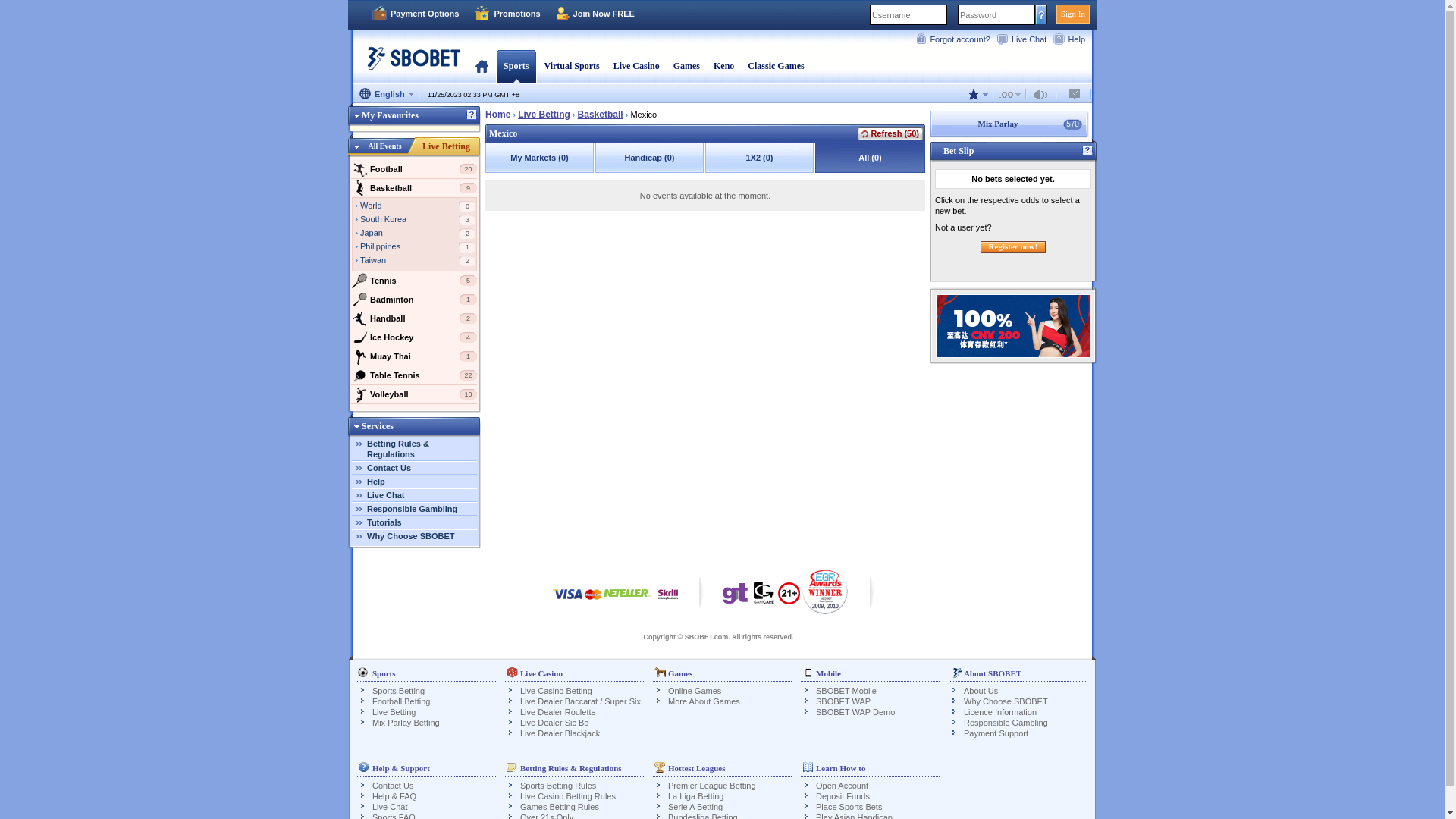 The height and width of the screenshot is (819, 1456). I want to click on 'Online Games', so click(694, 690).